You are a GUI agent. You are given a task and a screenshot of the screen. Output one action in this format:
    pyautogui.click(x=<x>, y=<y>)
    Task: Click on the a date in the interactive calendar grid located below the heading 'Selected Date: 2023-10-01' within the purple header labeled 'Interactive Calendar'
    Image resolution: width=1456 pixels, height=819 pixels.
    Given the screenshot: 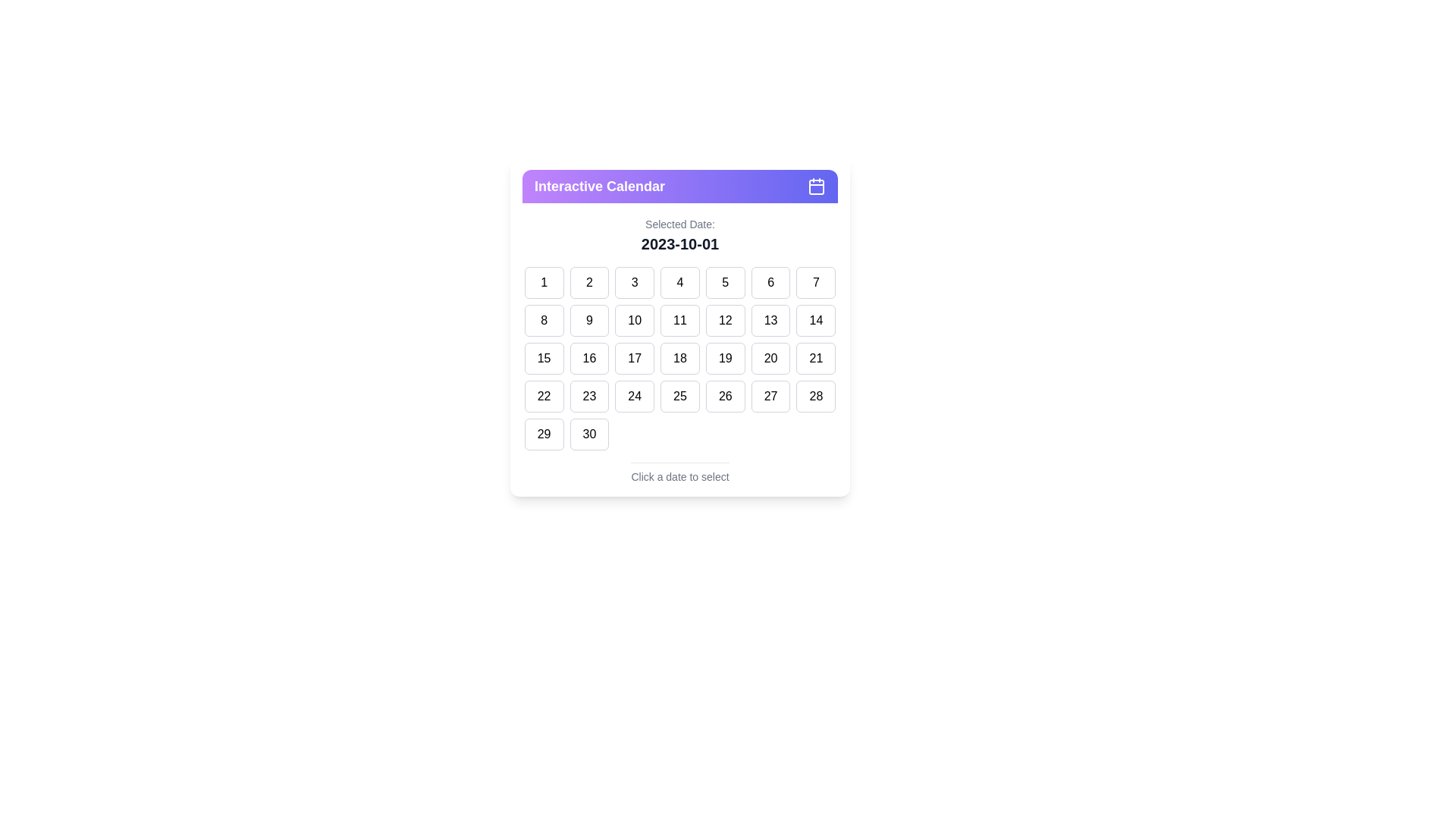 What is the action you would take?
    pyautogui.click(x=679, y=326)
    